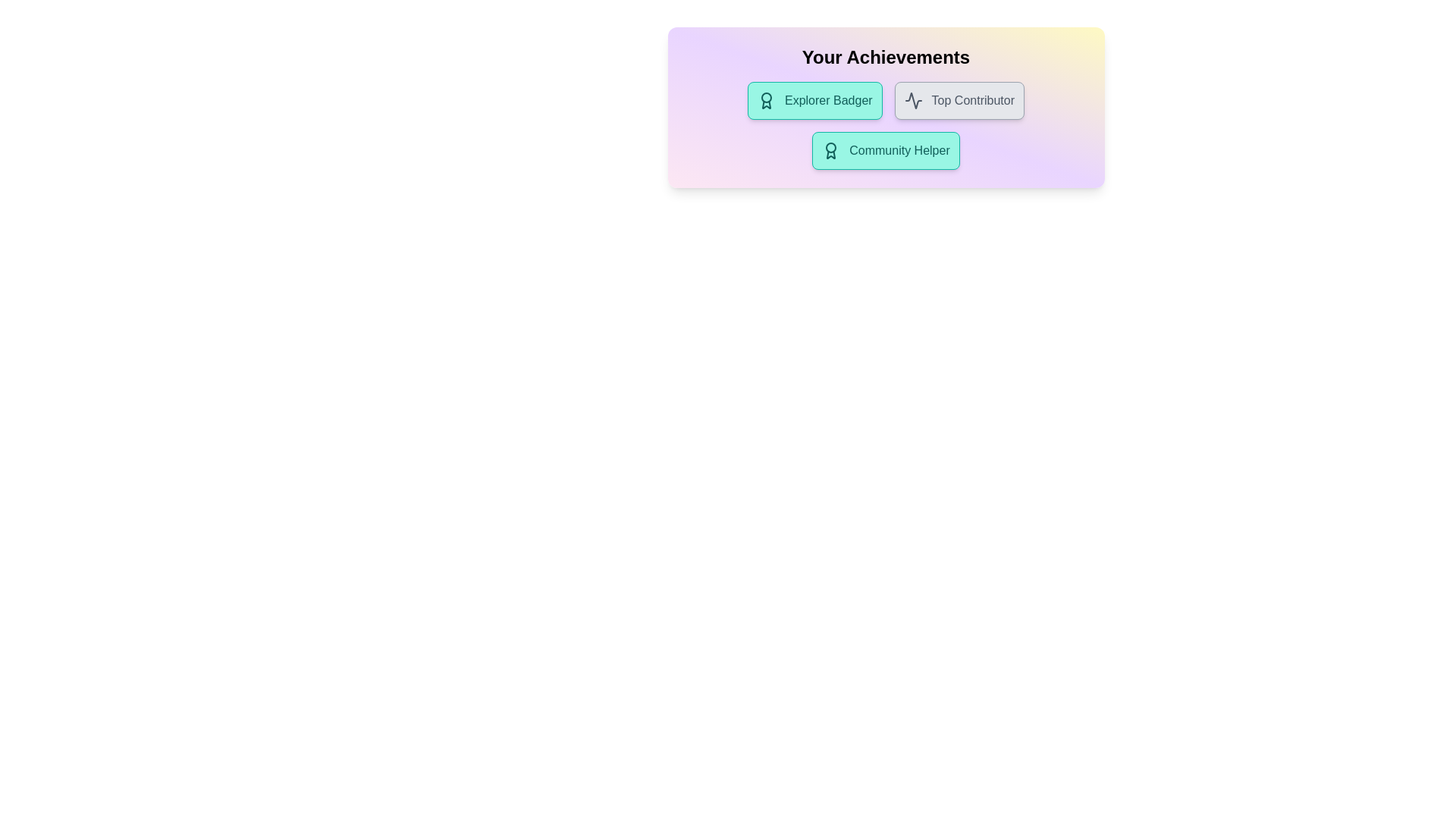  I want to click on the icon within the chip labeled 'Community Helper', so click(830, 151).